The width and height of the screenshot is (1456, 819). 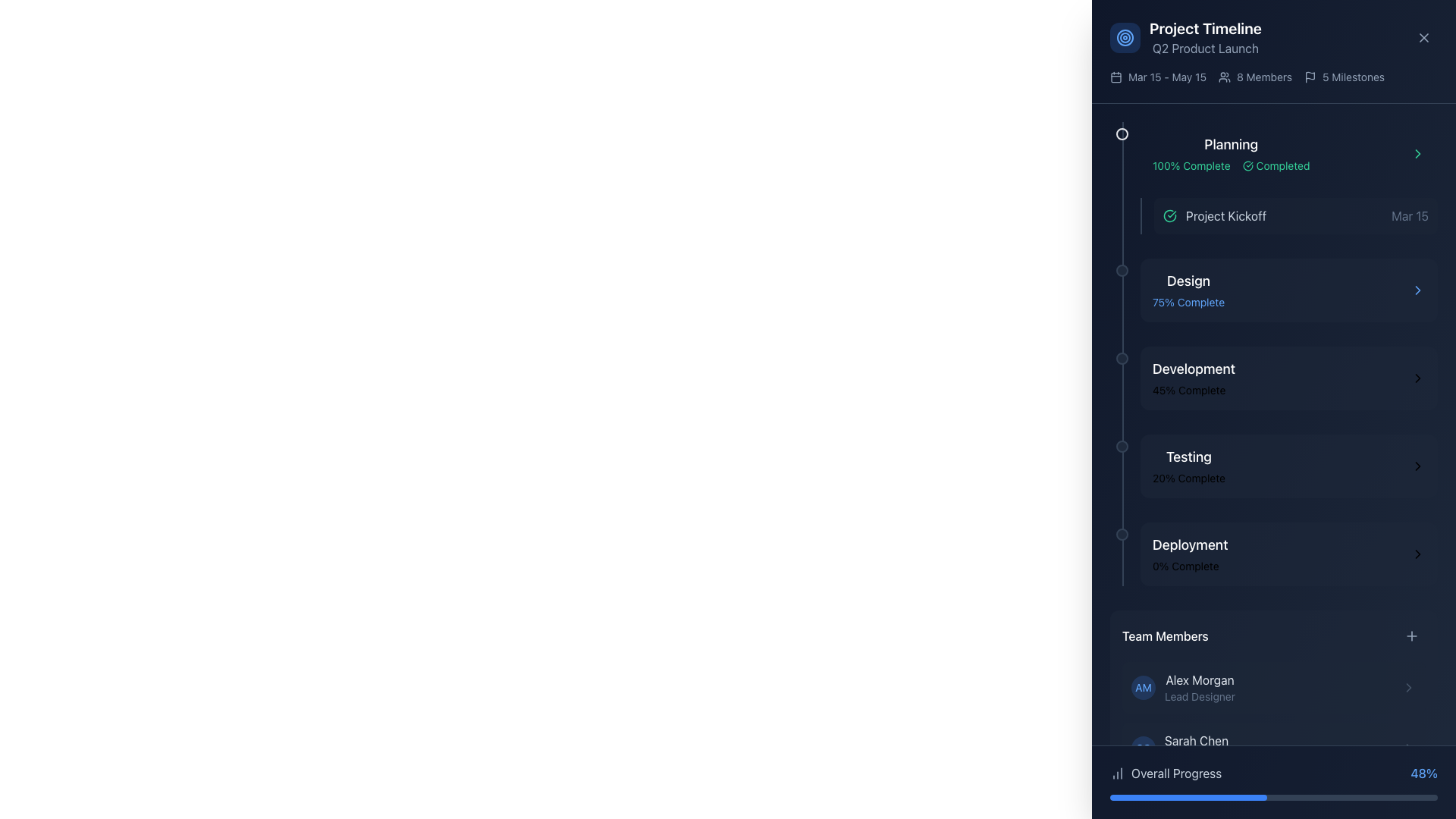 What do you see at coordinates (1231, 166) in the screenshot?
I see `the milestone indicator showing '100% Complete Completed' with a checkmark icon, located beneath the 'Planning' header` at bounding box center [1231, 166].